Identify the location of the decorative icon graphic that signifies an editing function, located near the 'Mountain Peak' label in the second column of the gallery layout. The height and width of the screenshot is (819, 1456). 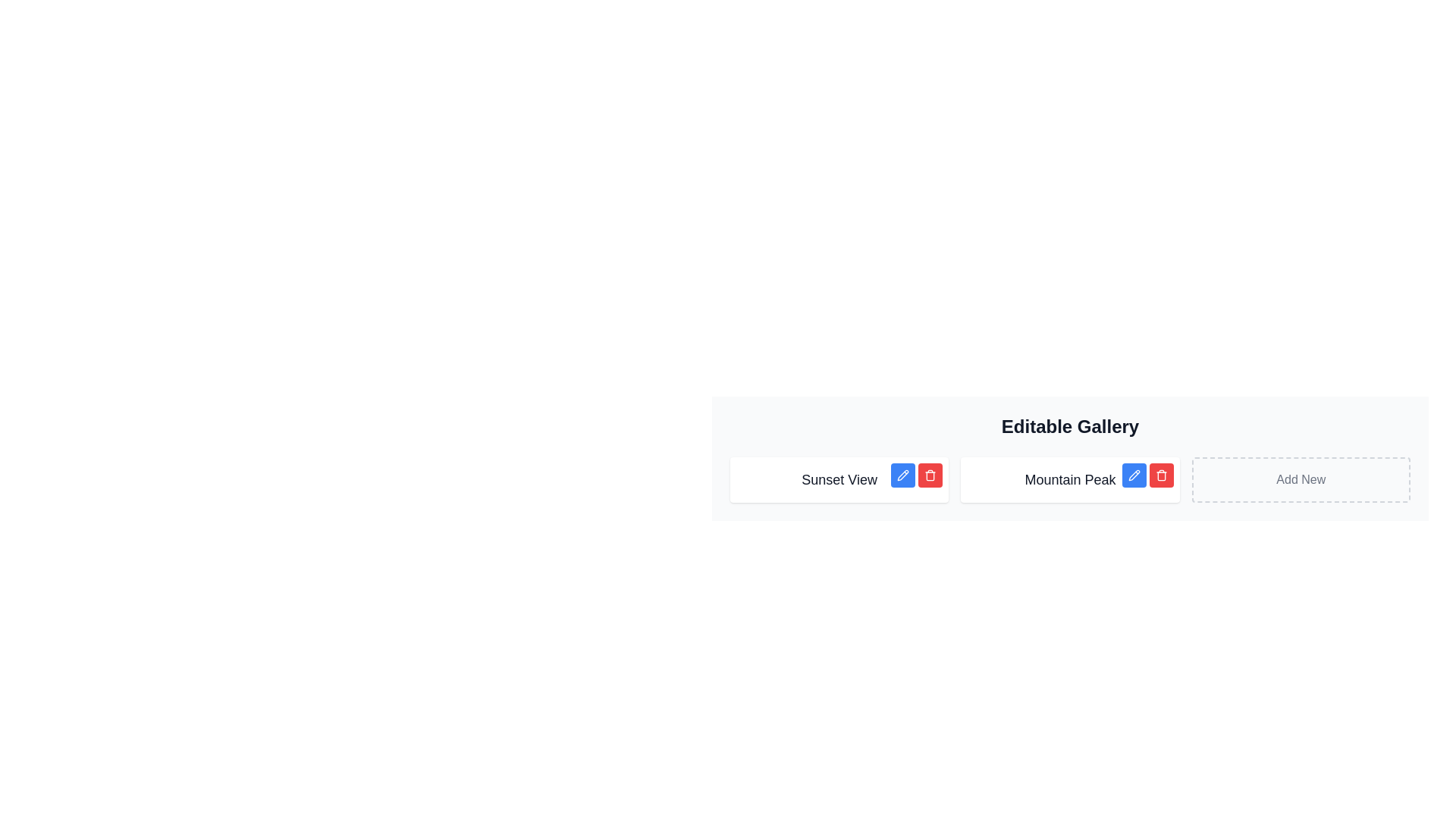
(1134, 475).